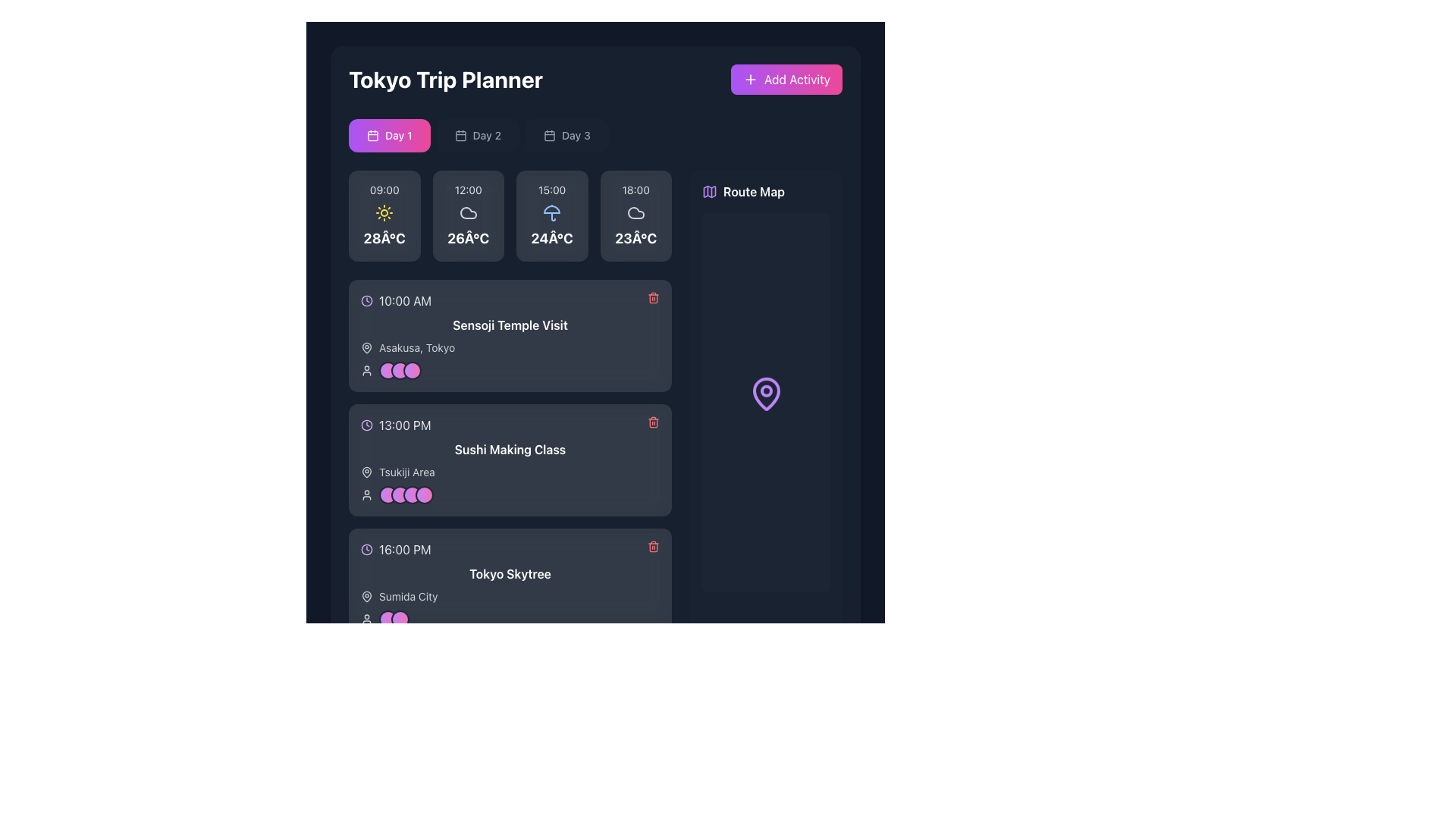  I want to click on the first circular avatar icon, which has a gradient background transitioning from purple to pink, and is encircled by a gray border, located below the 'Sushi Making Class' event entry, so click(388, 494).